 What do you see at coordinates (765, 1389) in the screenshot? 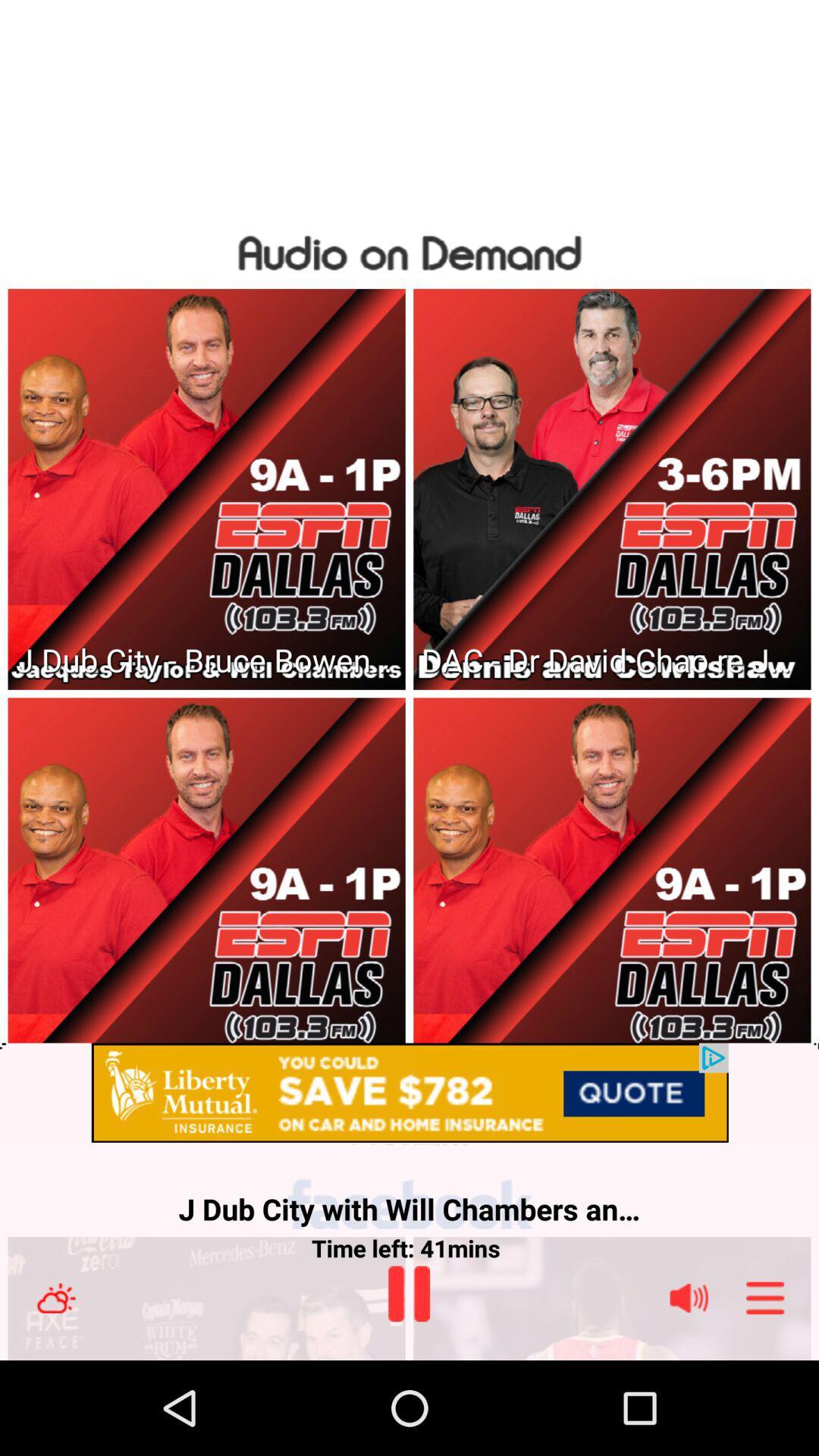
I see `the menu icon` at bounding box center [765, 1389].